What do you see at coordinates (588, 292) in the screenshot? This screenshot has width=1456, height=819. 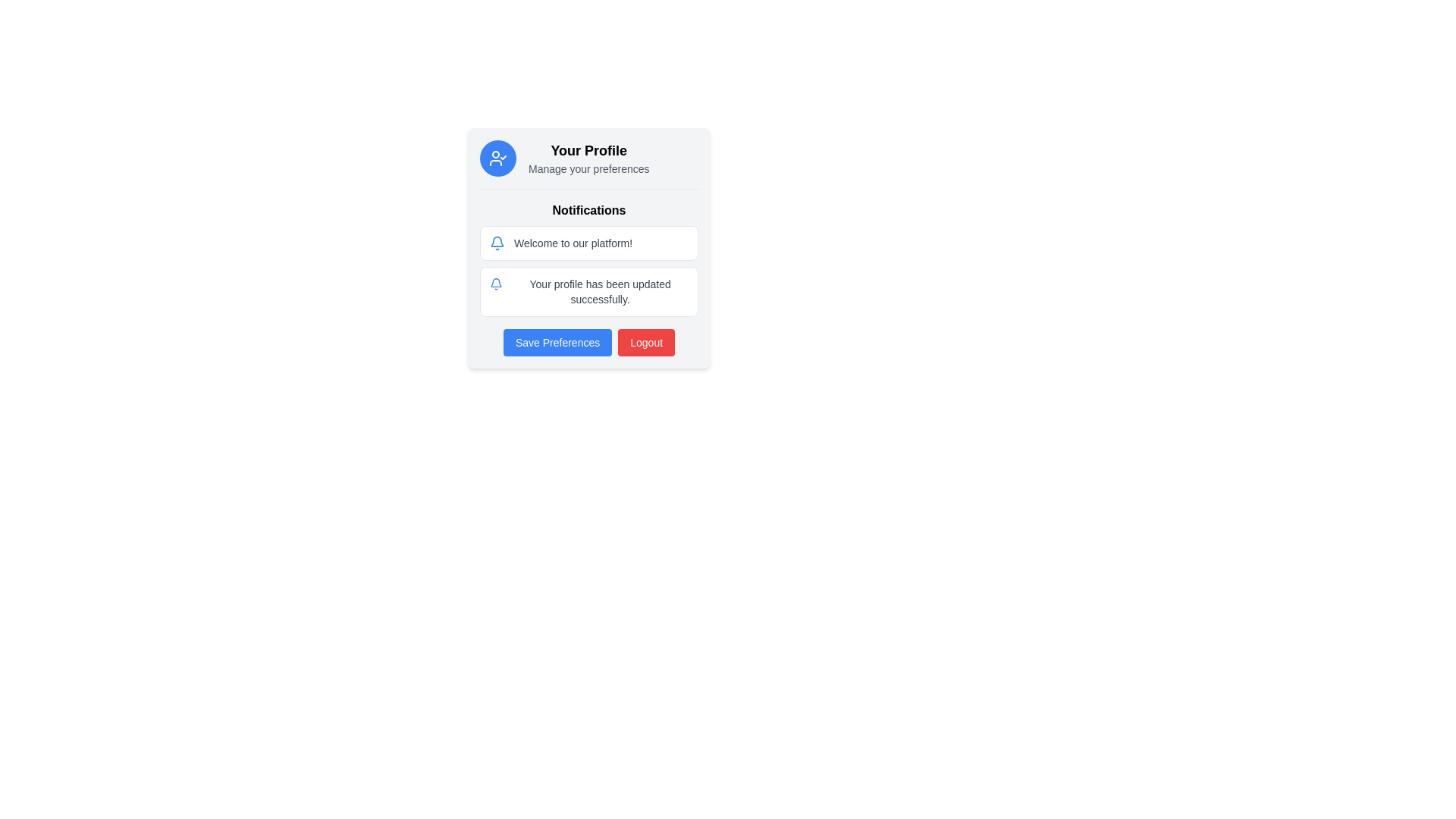 I see `the notification element styled as a rounded rectangle with a white background, which contains a blue bell icon and the text 'Your profile has been updated successfully.'` at bounding box center [588, 292].